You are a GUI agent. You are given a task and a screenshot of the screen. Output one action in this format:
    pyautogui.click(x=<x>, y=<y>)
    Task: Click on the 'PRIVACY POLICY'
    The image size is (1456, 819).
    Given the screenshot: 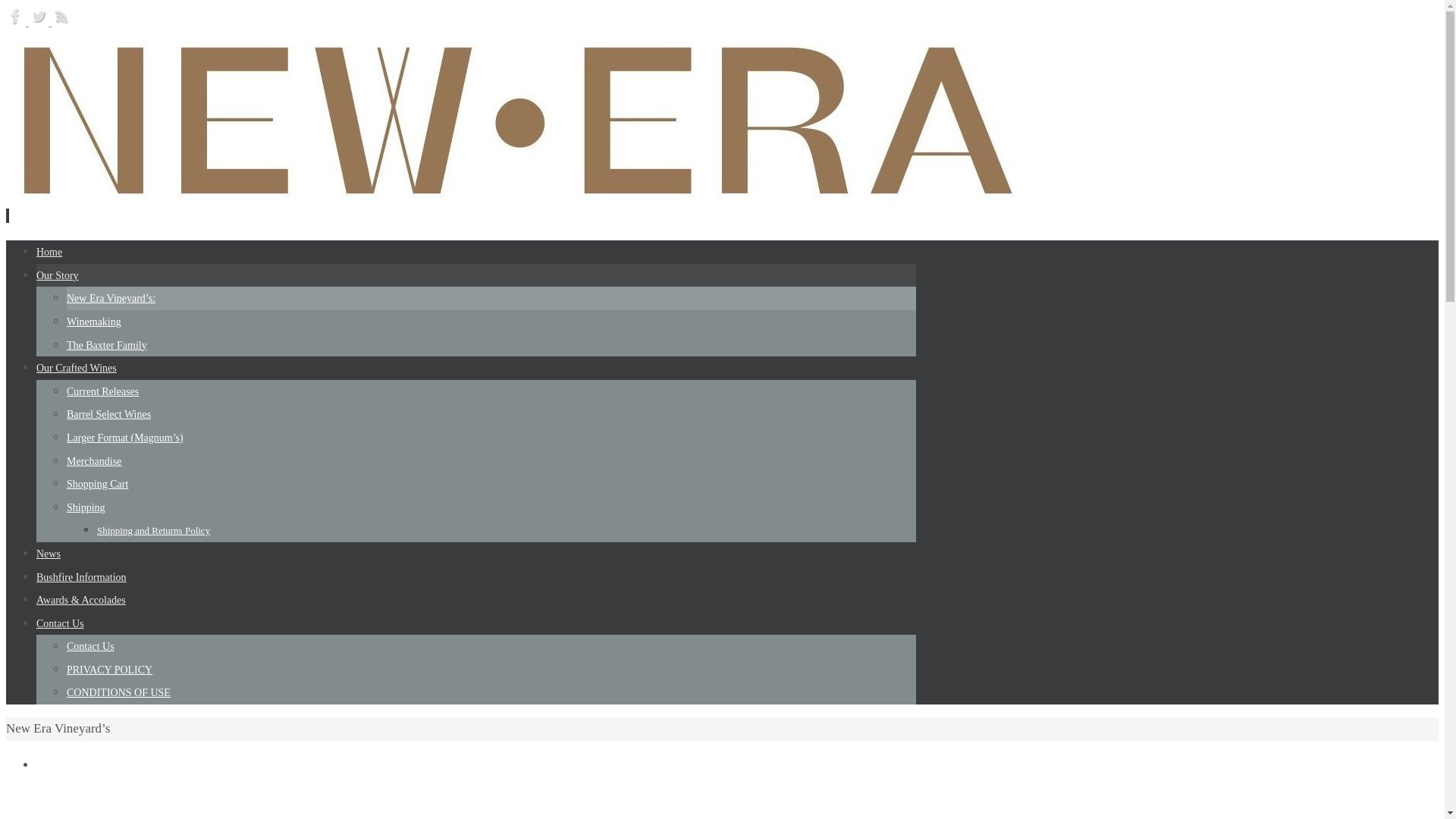 What is the action you would take?
    pyautogui.click(x=108, y=669)
    